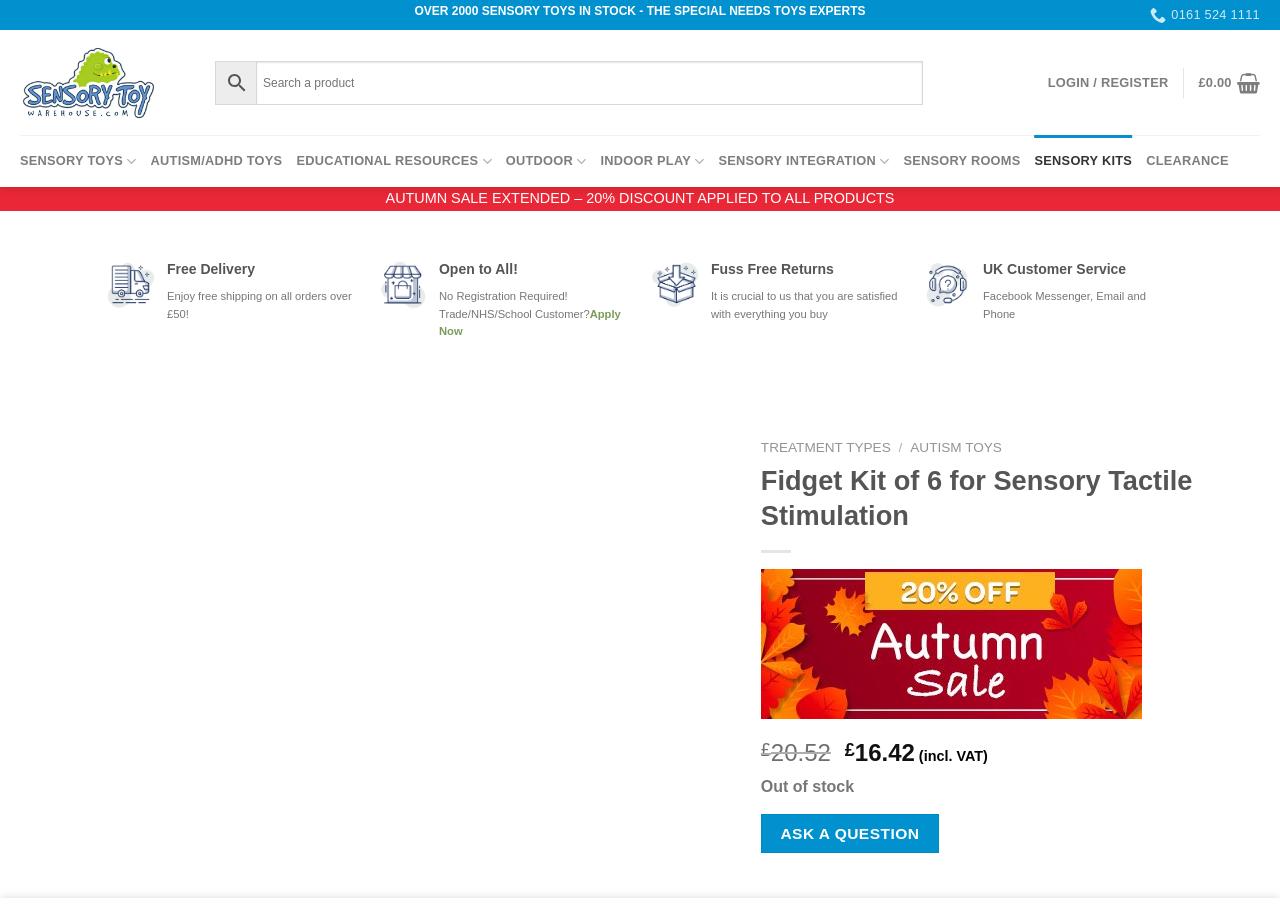 This screenshot has height=905, width=1280. What do you see at coordinates (795, 160) in the screenshot?
I see `'Sensory Integration'` at bounding box center [795, 160].